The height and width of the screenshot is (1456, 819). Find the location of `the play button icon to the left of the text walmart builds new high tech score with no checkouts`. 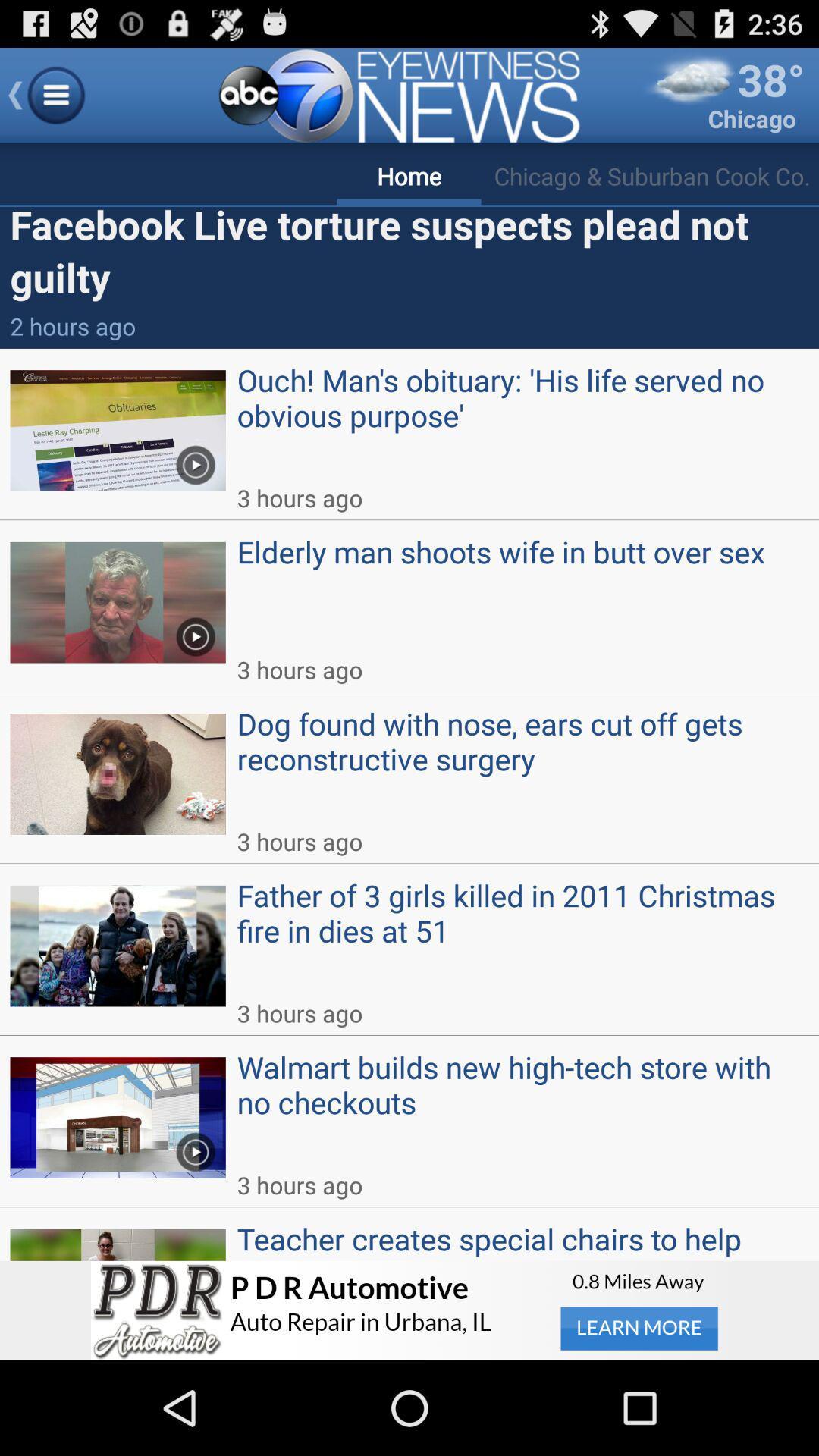

the play button icon to the left of the text walmart builds new high tech score with no checkouts is located at coordinates (195, 1147).